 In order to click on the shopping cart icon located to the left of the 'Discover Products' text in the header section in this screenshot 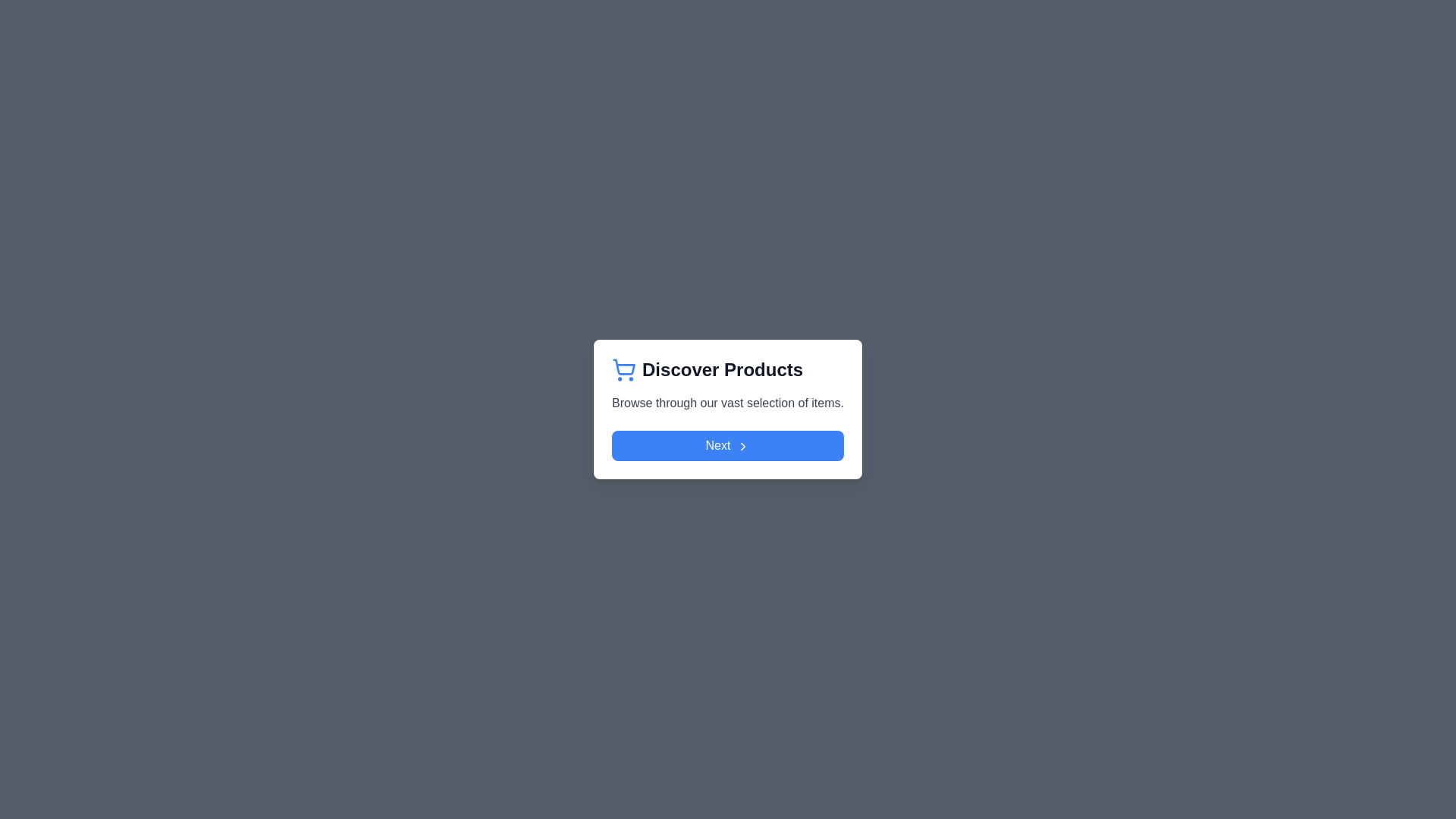, I will do `click(624, 370)`.